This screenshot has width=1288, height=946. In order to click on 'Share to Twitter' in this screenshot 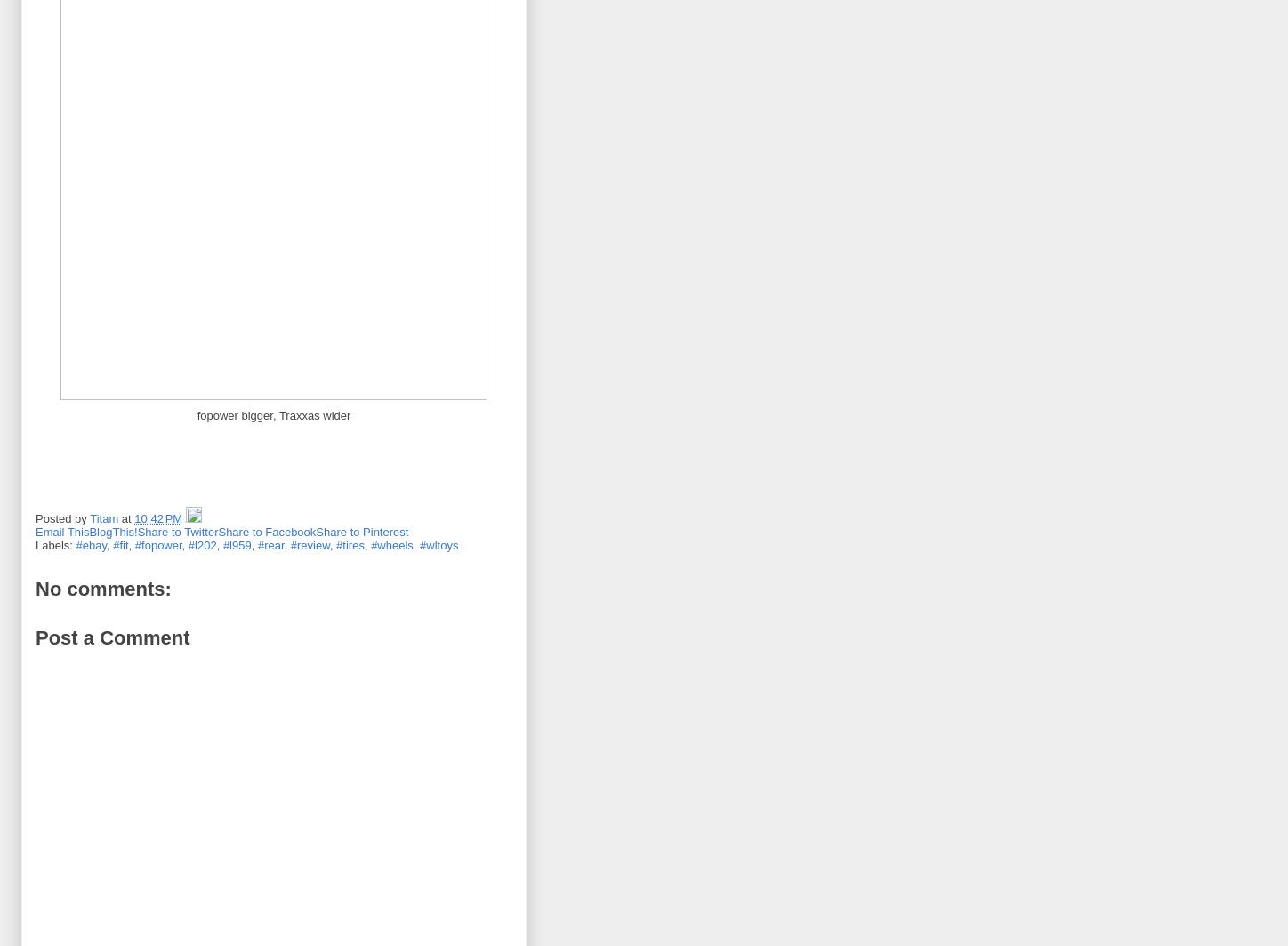, I will do `click(136, 531)`.